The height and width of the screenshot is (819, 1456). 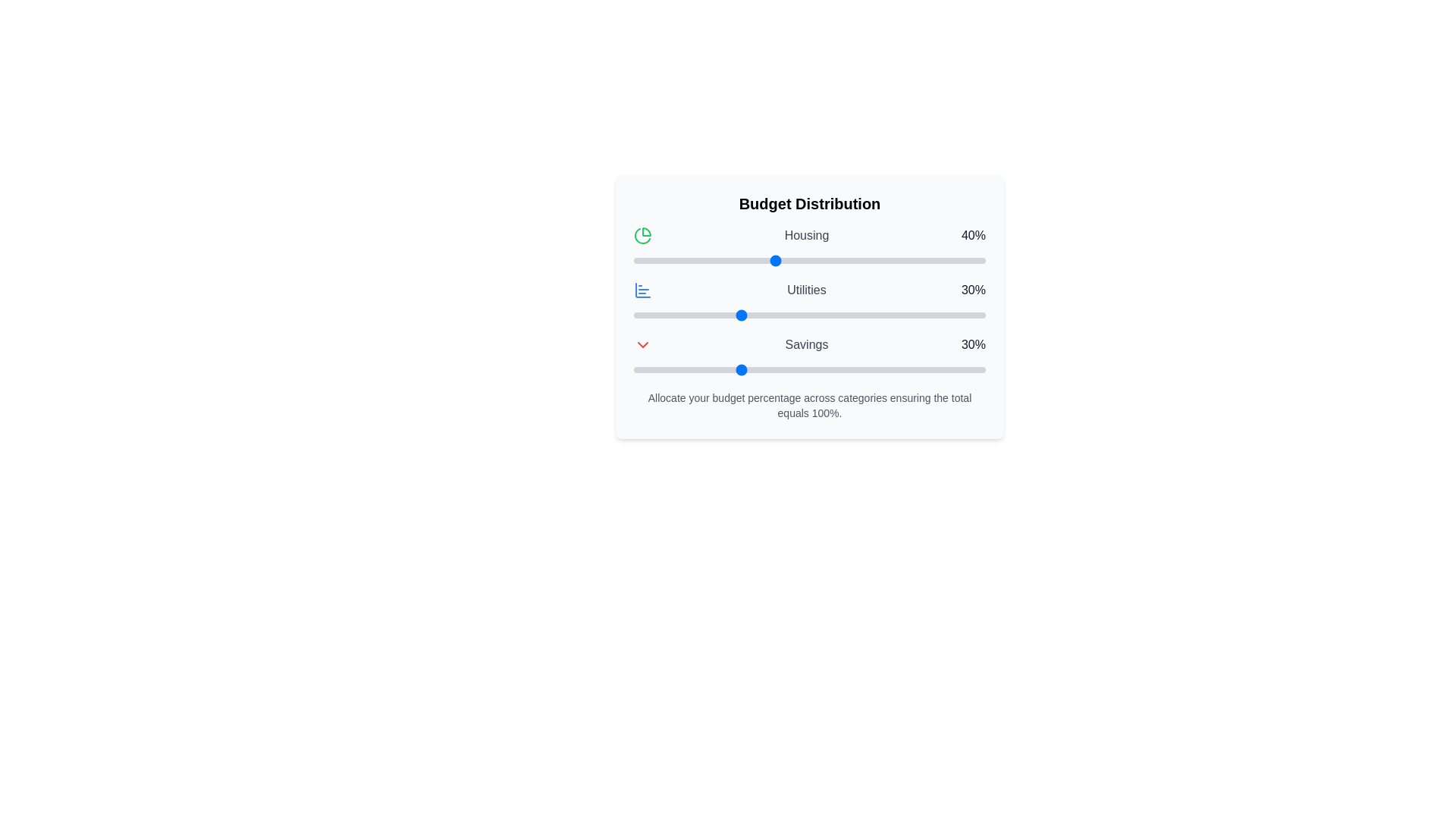 What do you see at coordinates (809, 302) in the screenshot?
I see `the slider in the 'Utilities' budget allocation section` at bounding box center [809, 302].